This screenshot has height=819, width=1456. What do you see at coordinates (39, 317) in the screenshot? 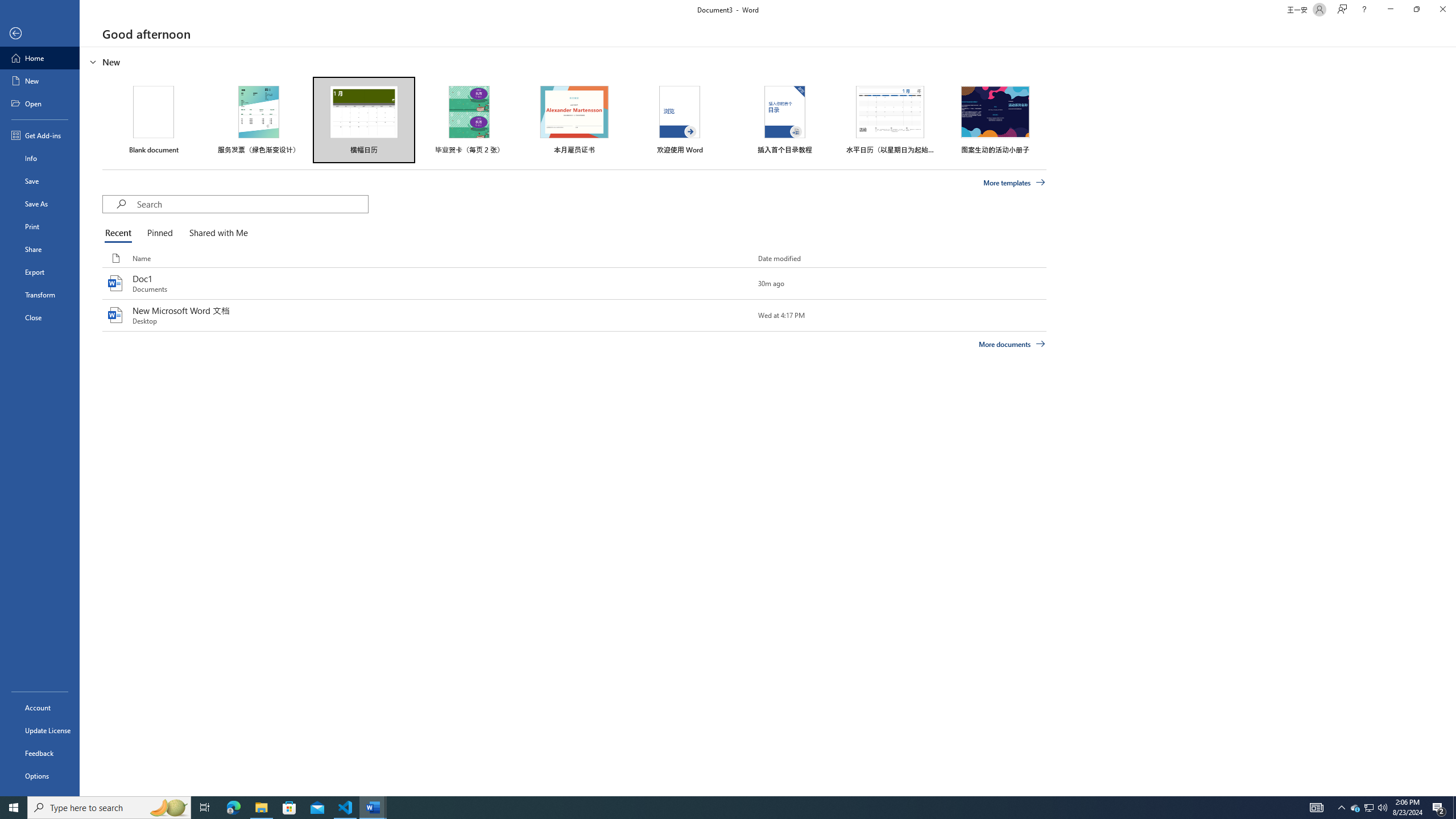
I see `'Close'` at bounding box center [39, 317].